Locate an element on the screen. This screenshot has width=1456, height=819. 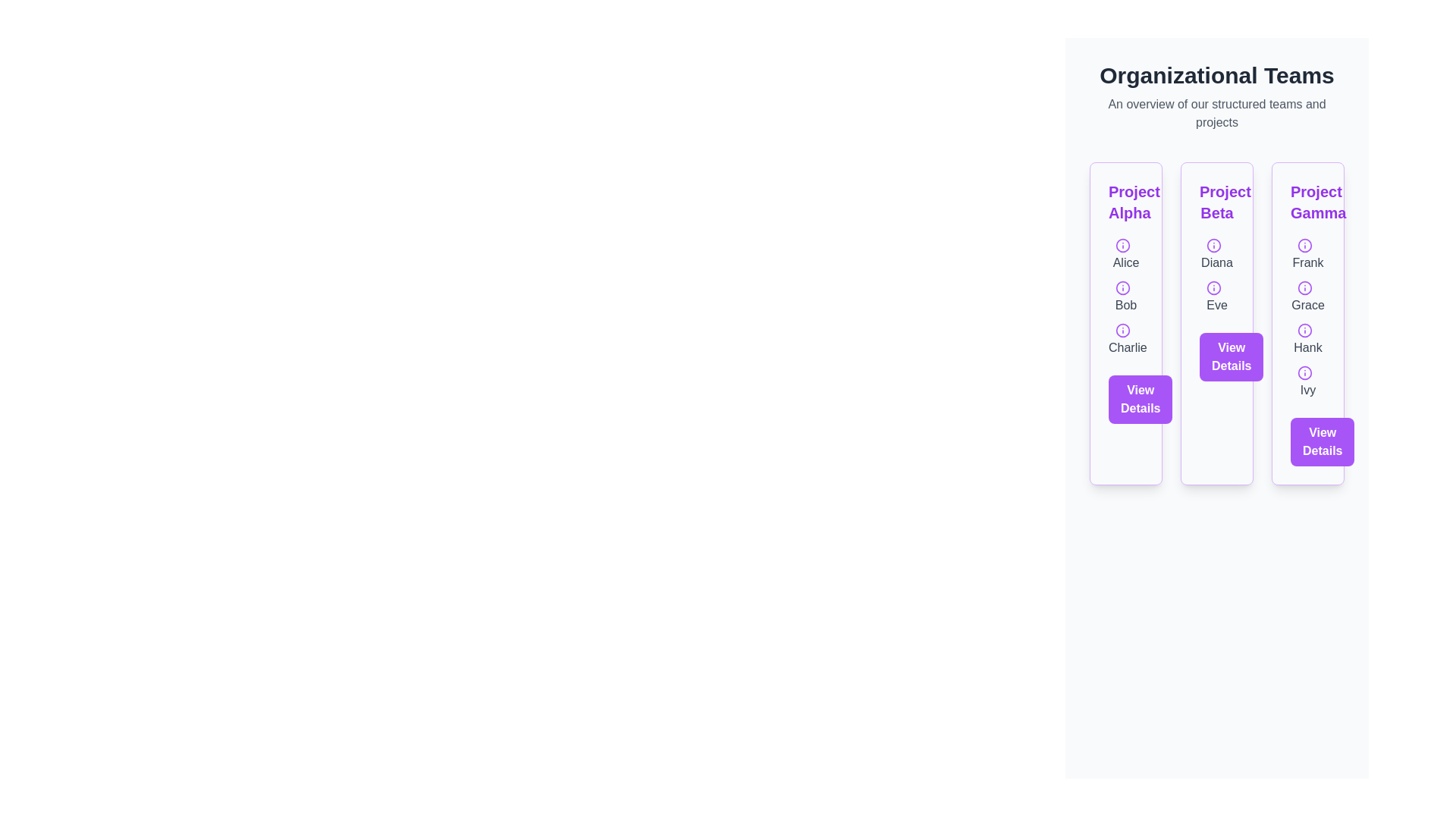
the non-interactive List displaying names associated with the project located in the card labeled 'Project Alpha' is located at coordinates (1125, 296).